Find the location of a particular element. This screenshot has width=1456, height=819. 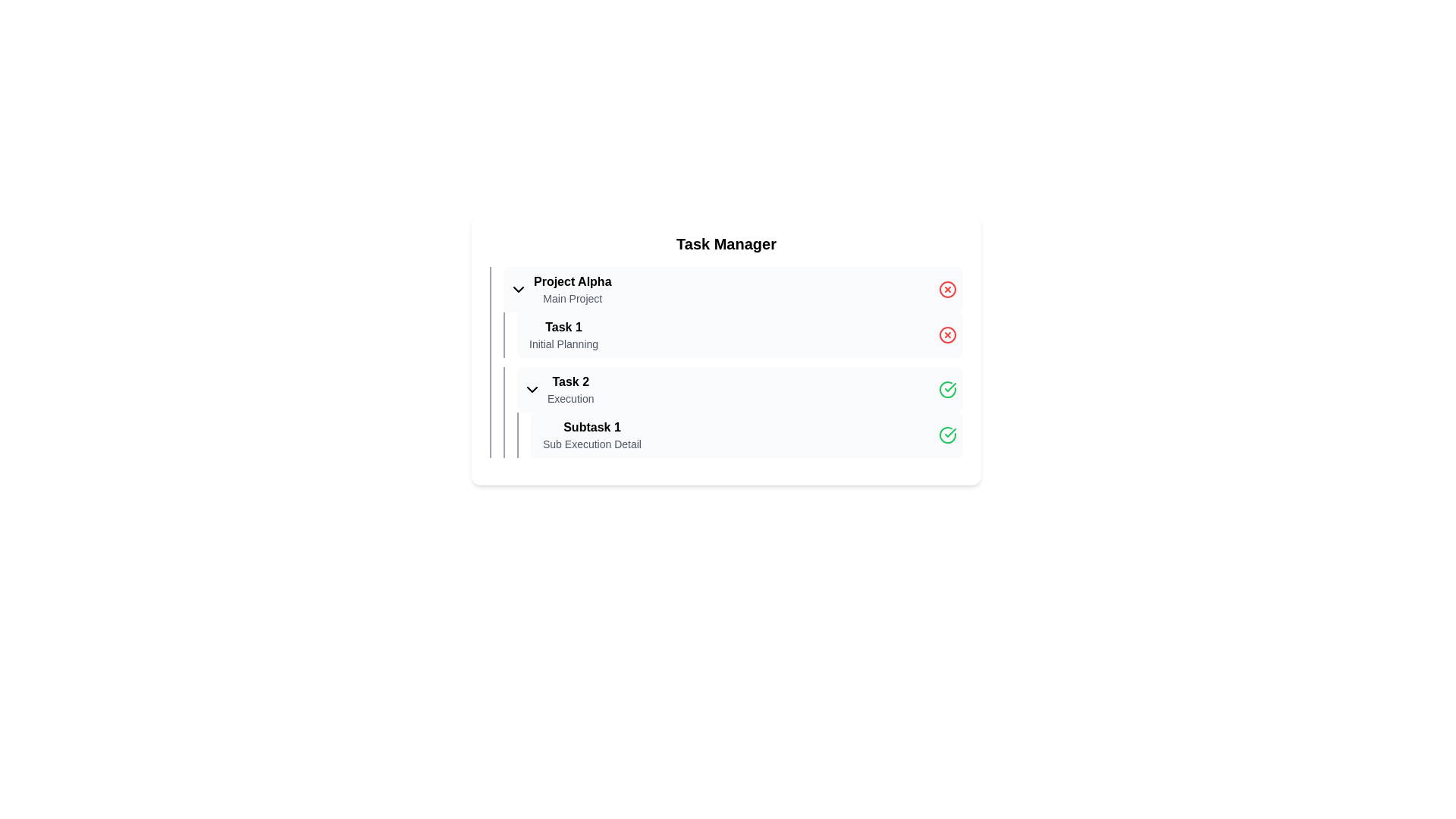

the task representation element titled 'Task 2 - Execution' is located at coordinates (733, 412).